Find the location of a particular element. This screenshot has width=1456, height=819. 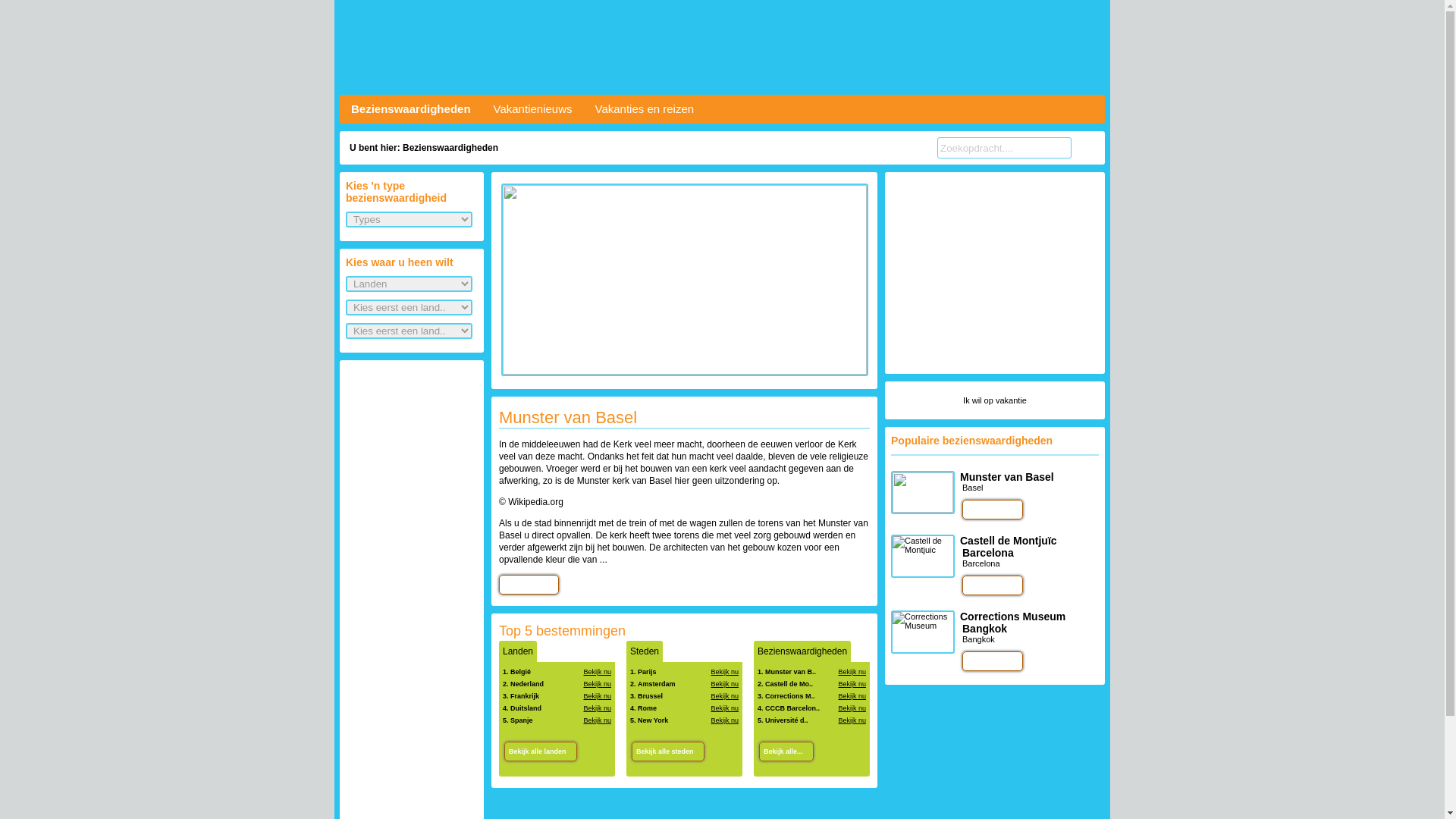

'Barcelona' is located at coordinates (981, 563).